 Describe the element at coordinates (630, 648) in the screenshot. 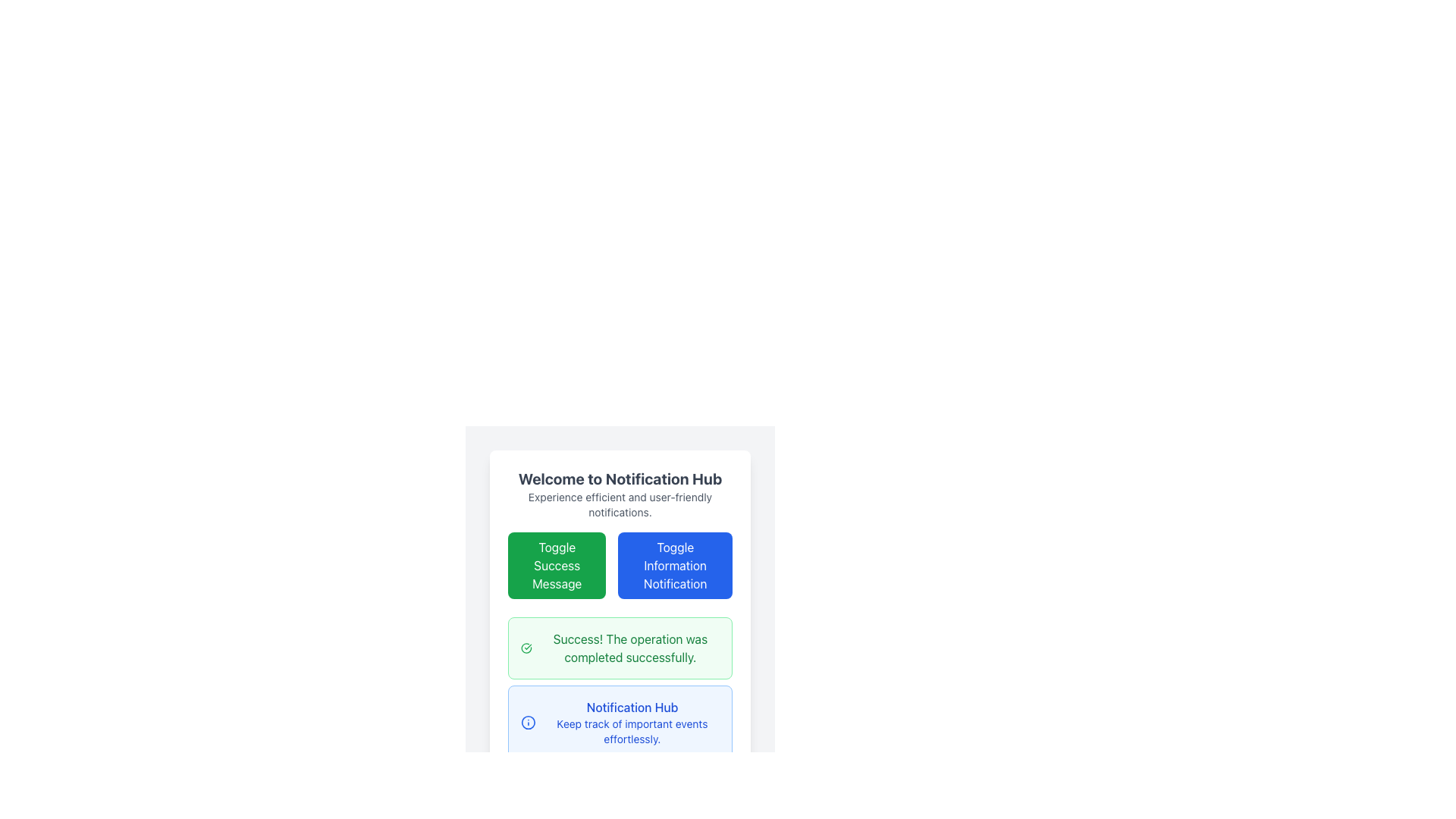

I see `the feedback displayed in the success notification text that reads 'Success! The operation was completed successfully.'` at that location.